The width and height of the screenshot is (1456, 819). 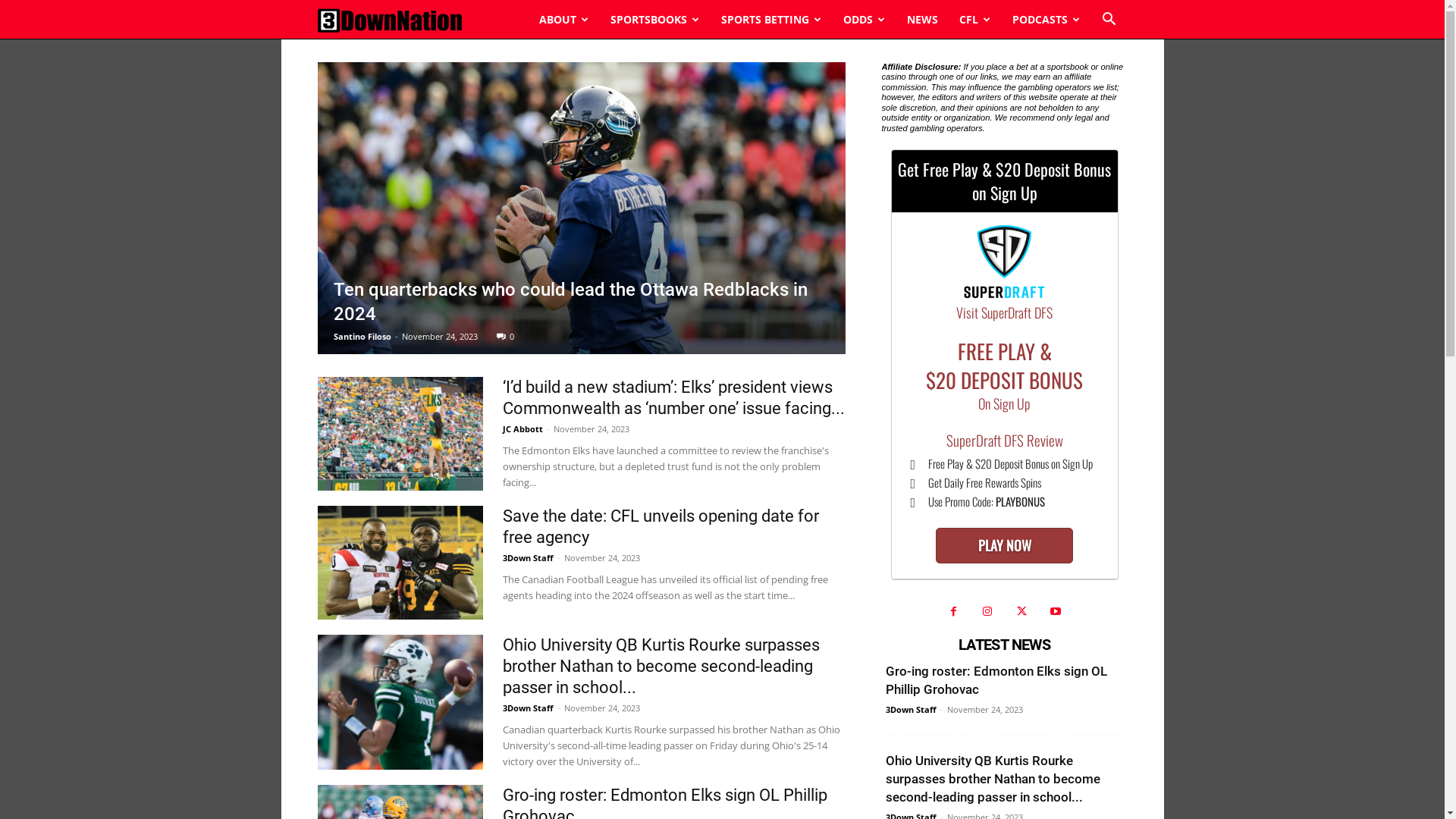 I want to click on 'PLAY NOW', so click(x=1004, y=544).